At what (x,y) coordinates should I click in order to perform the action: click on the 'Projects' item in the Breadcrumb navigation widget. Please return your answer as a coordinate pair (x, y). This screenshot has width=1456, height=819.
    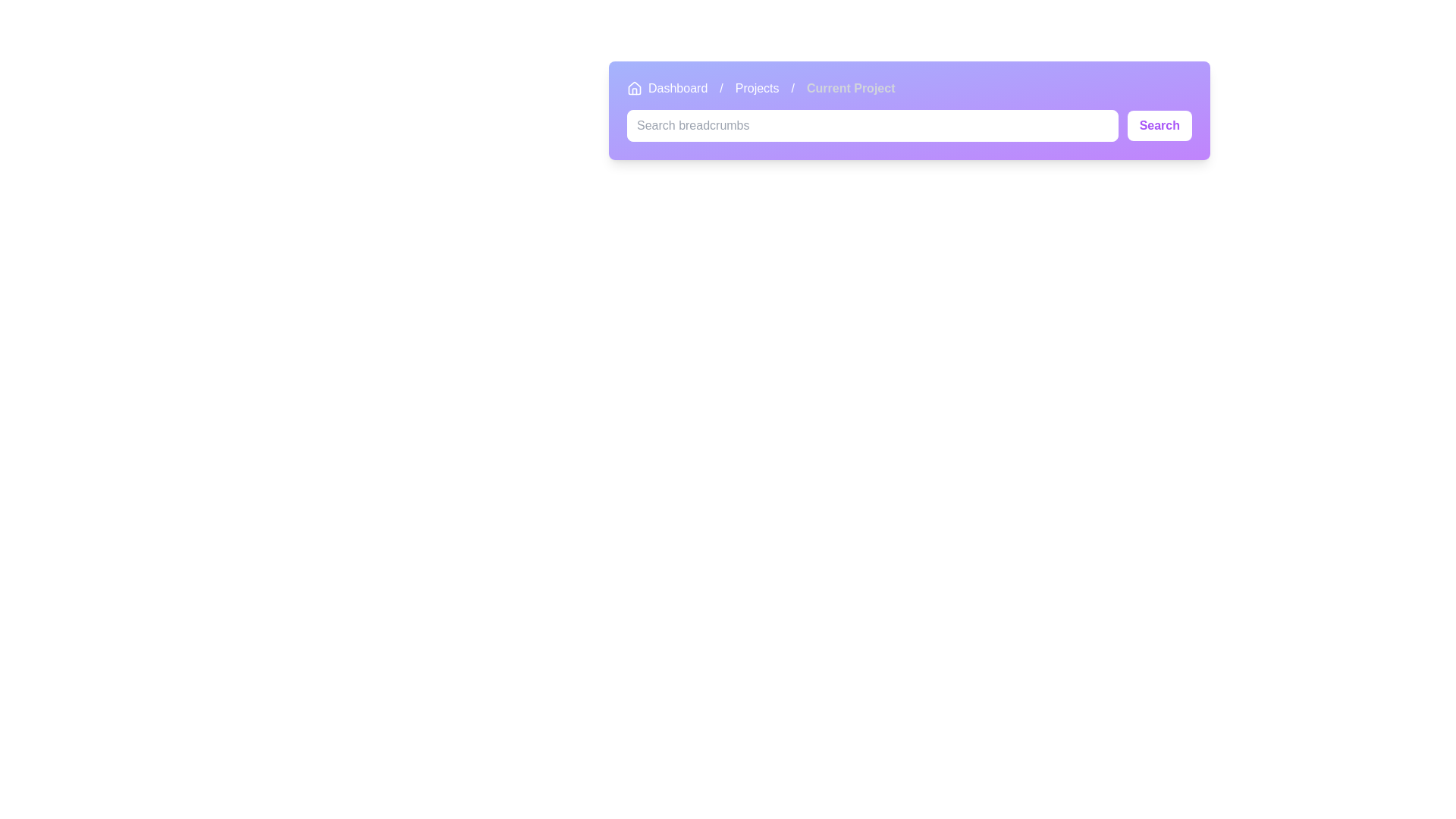
    Looking at the image, I should click on (761, 88).